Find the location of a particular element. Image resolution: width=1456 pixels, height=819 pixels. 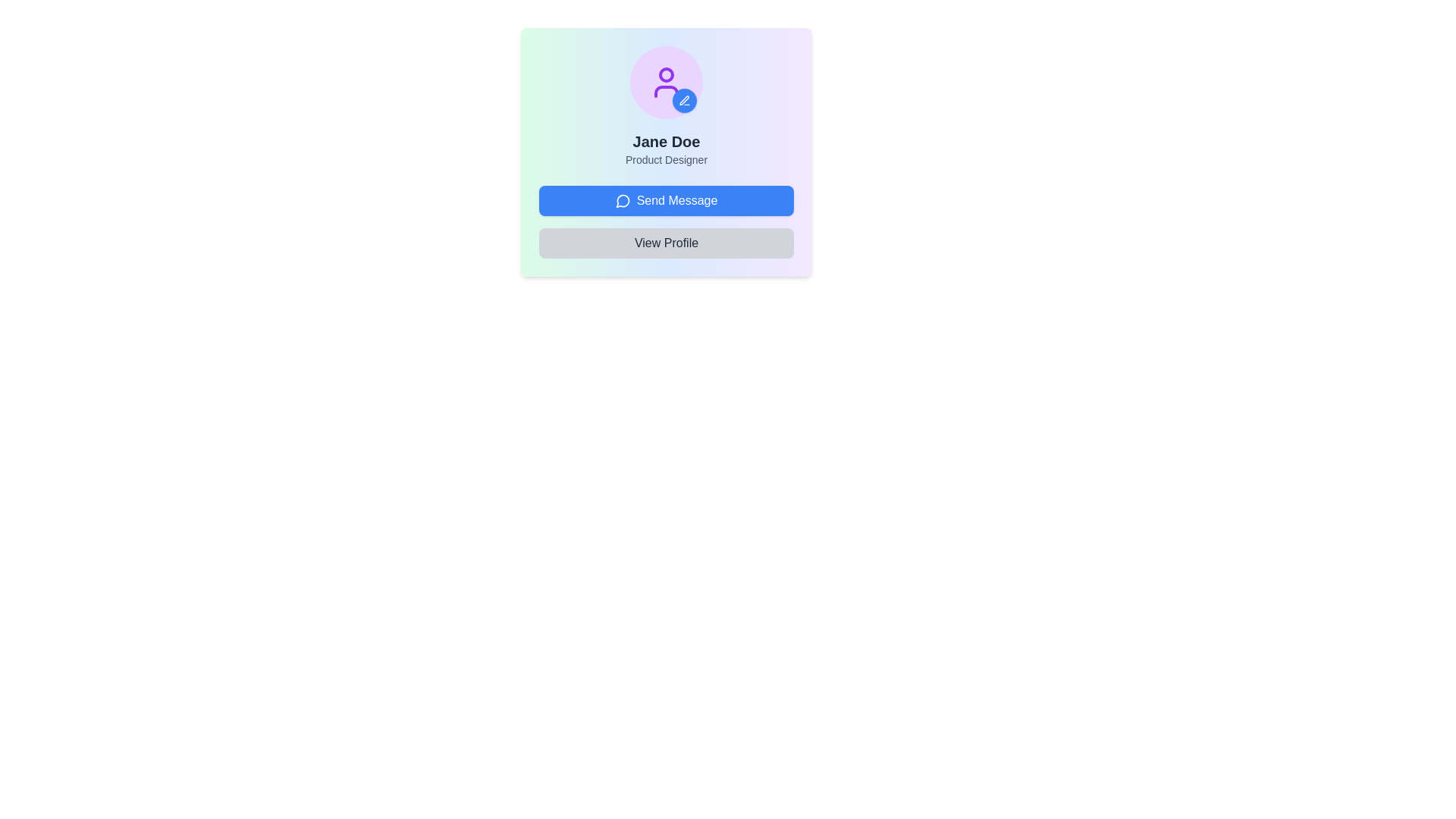

the pen icon located inside a rounded button at the bottom-right corner of the card interface is located at coordinates (683, 100).